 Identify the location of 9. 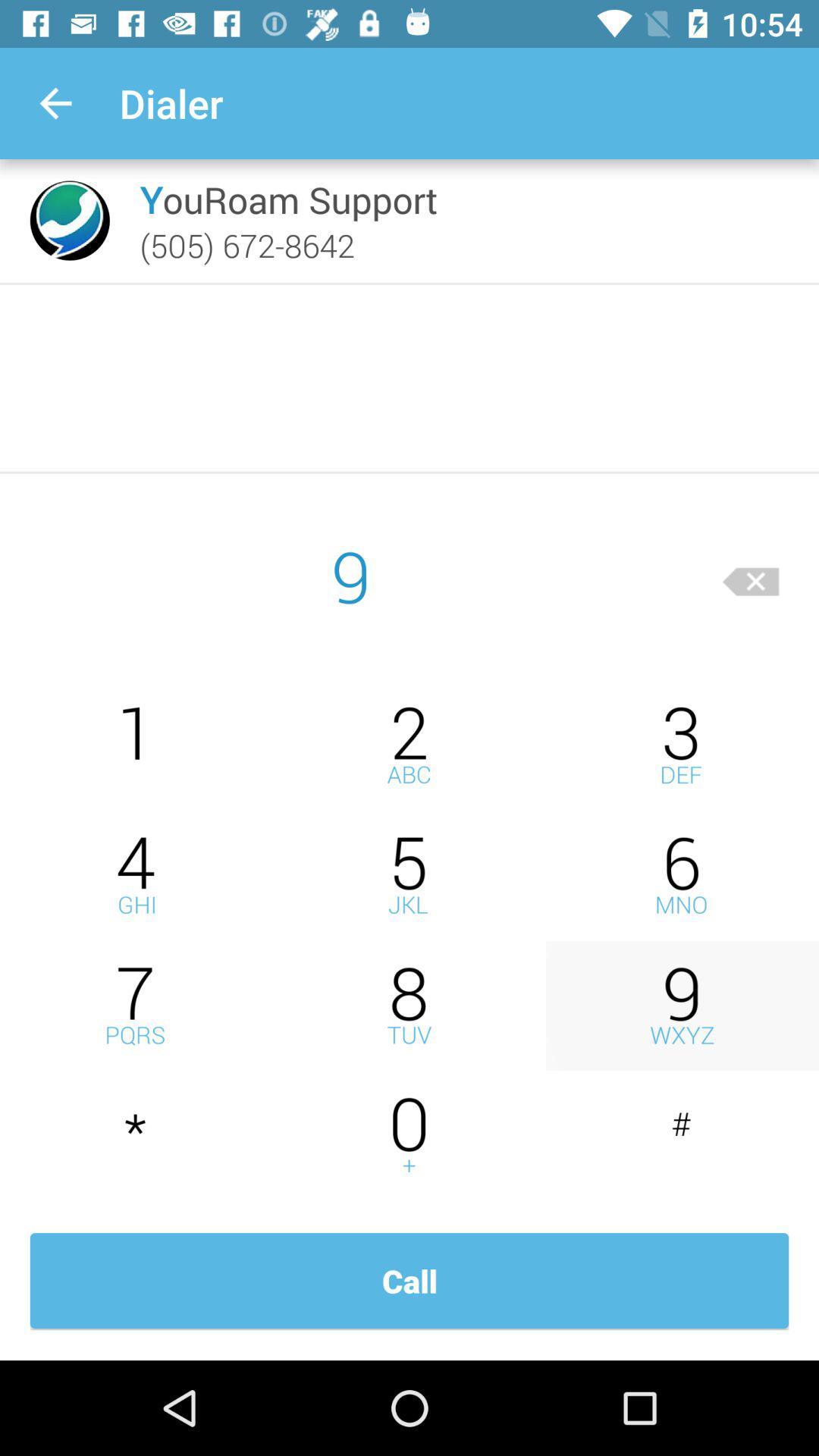
(681, 1006).